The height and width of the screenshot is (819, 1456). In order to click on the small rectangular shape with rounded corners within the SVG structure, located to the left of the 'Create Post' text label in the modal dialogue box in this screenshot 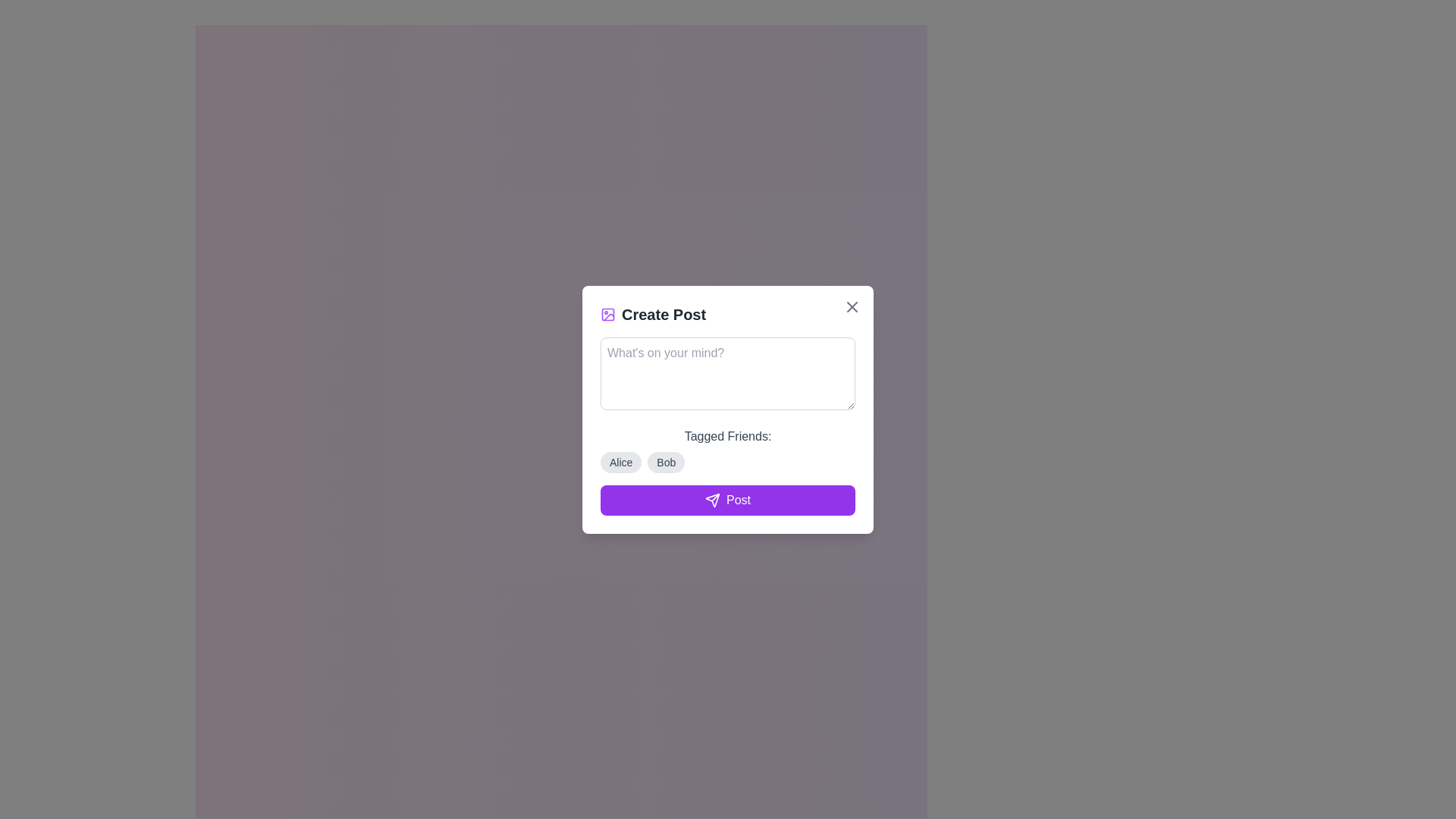, I will do `click(607, 312)`.